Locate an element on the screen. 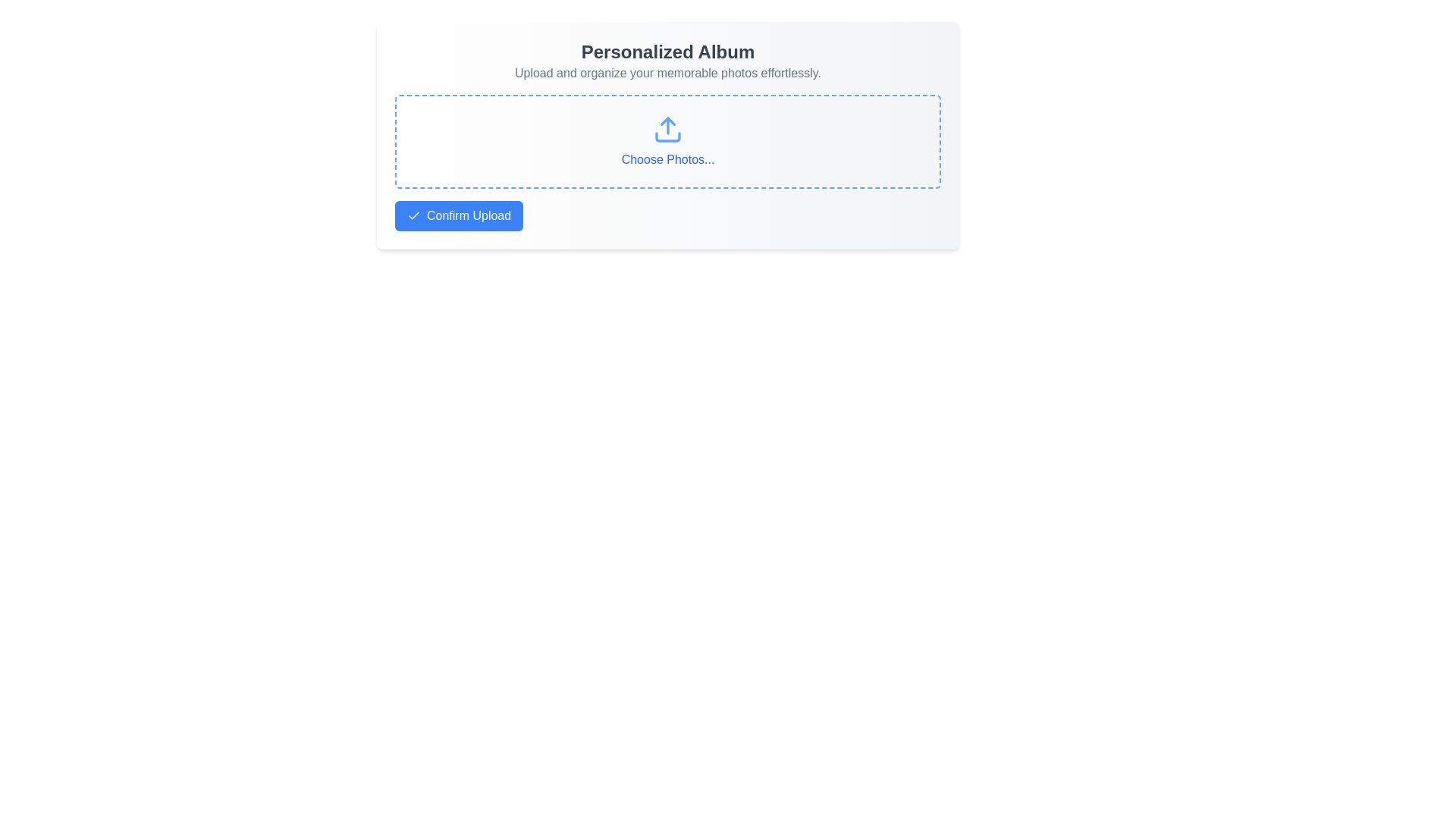 The image size is (1456, 819). the bottom stroke of the arrow-like upload icon within the dashed rectangular area titled 'Choose Photos...' is located at coordinates (667, 137).